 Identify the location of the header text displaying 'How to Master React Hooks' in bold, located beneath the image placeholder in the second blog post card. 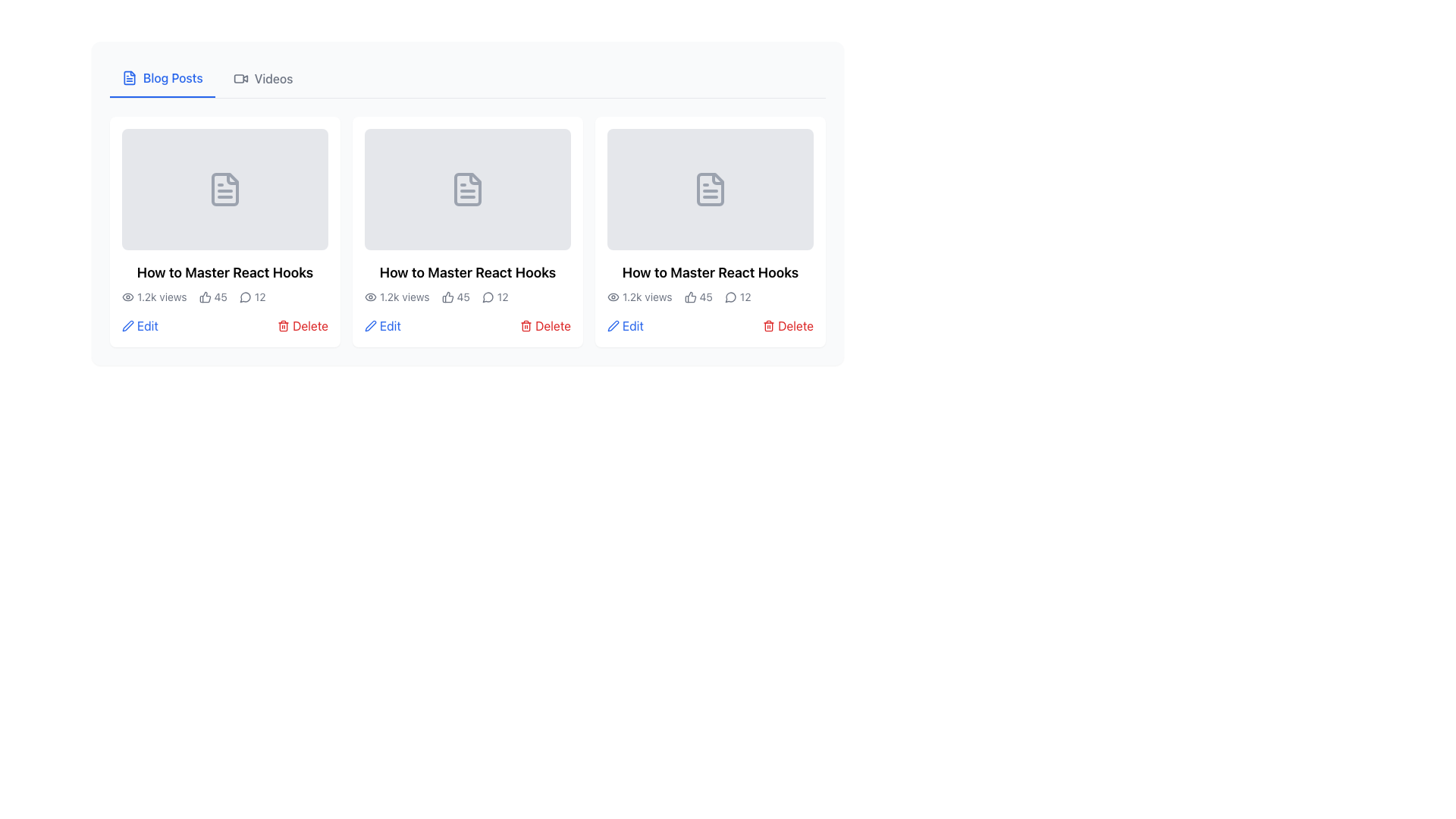
(467, 271).